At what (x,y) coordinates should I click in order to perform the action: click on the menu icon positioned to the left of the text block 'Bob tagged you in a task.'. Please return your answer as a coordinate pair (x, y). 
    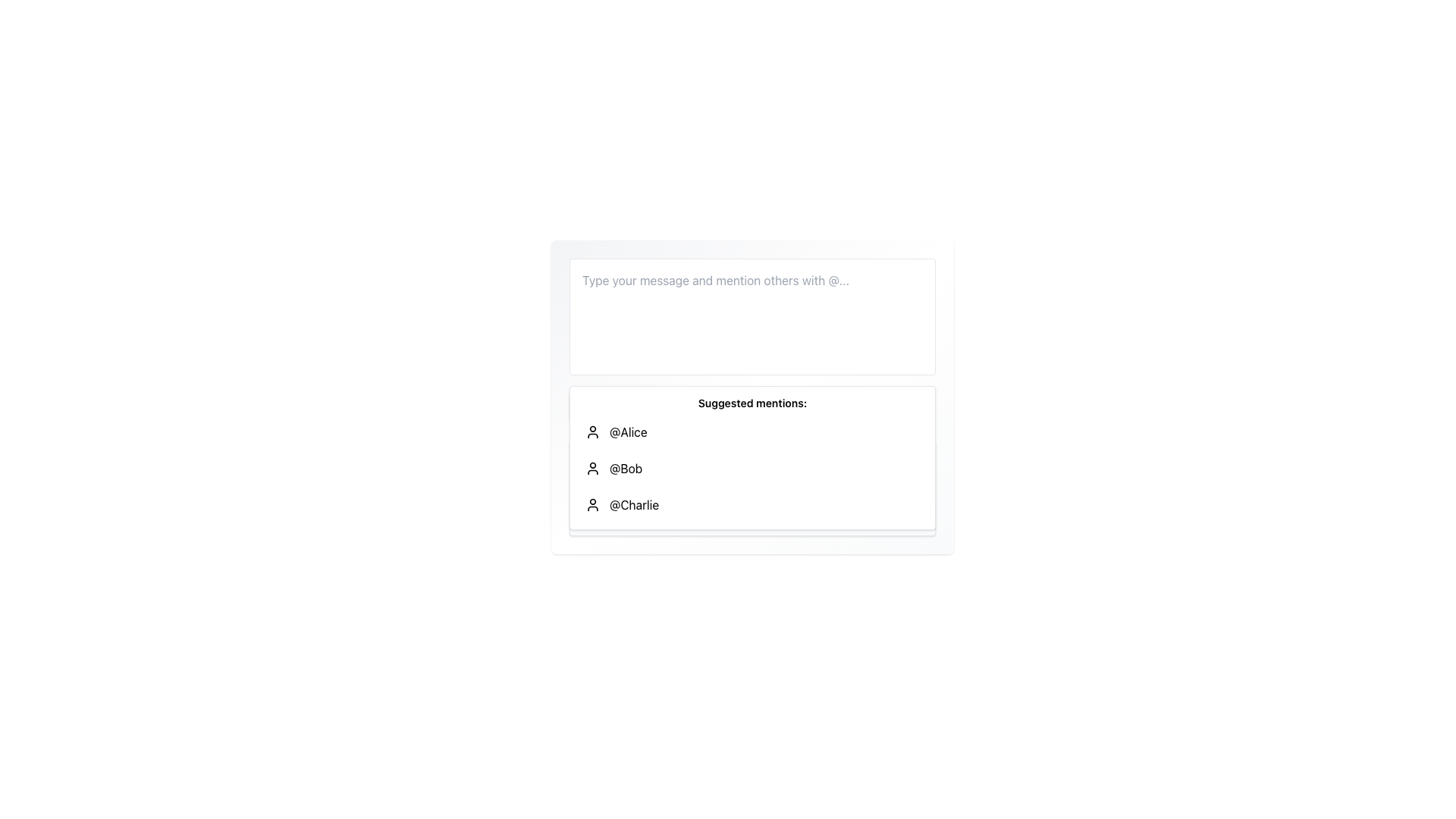
    Looking at the image, I should click on (588, 514).